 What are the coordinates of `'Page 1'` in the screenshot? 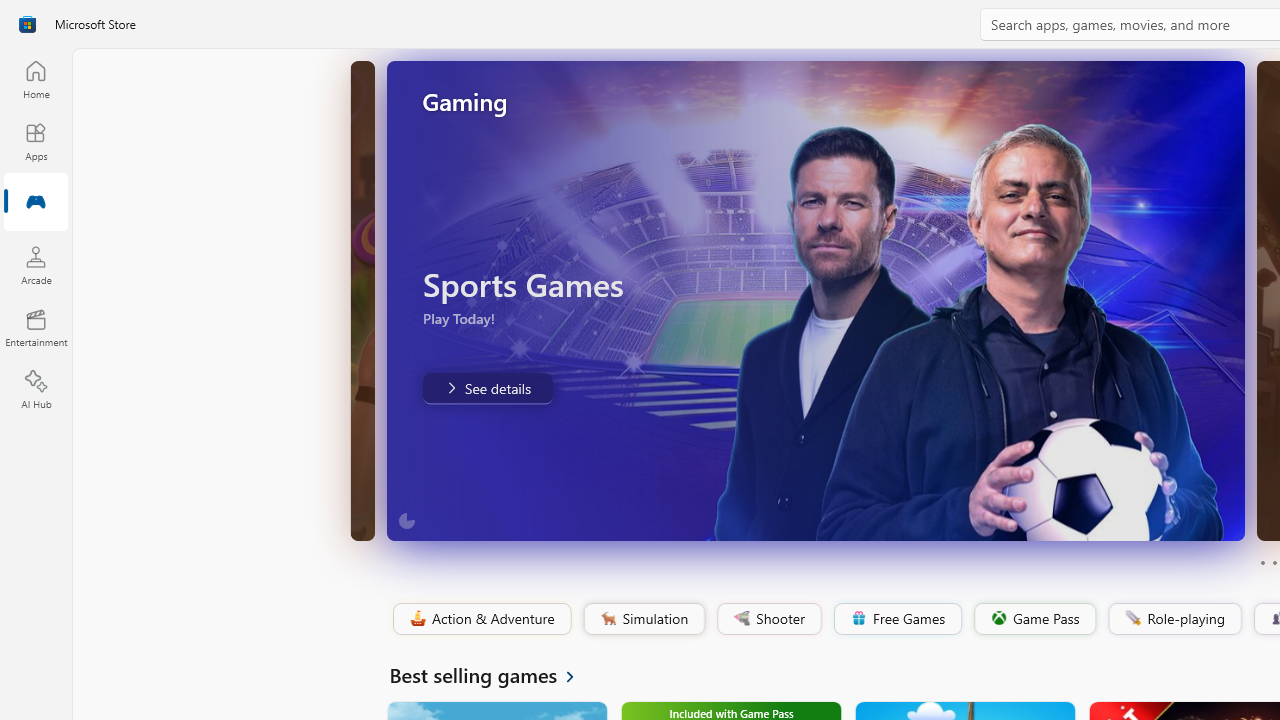 It's located at (1261, 563).